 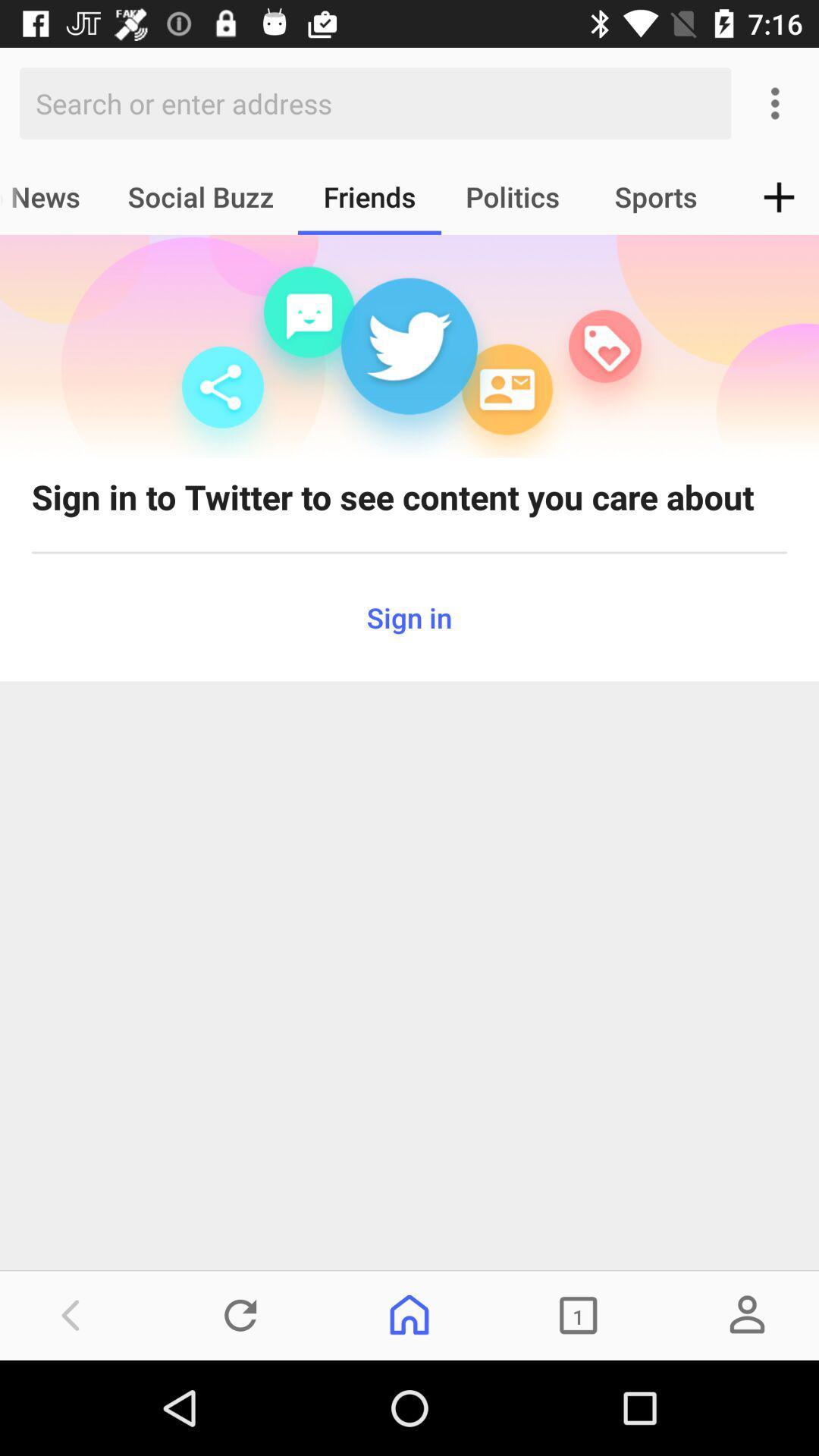 What do you see at coordinates (409, 1314) in the screenshot?
I see `the home icon` at bounding box center [409, 1314].